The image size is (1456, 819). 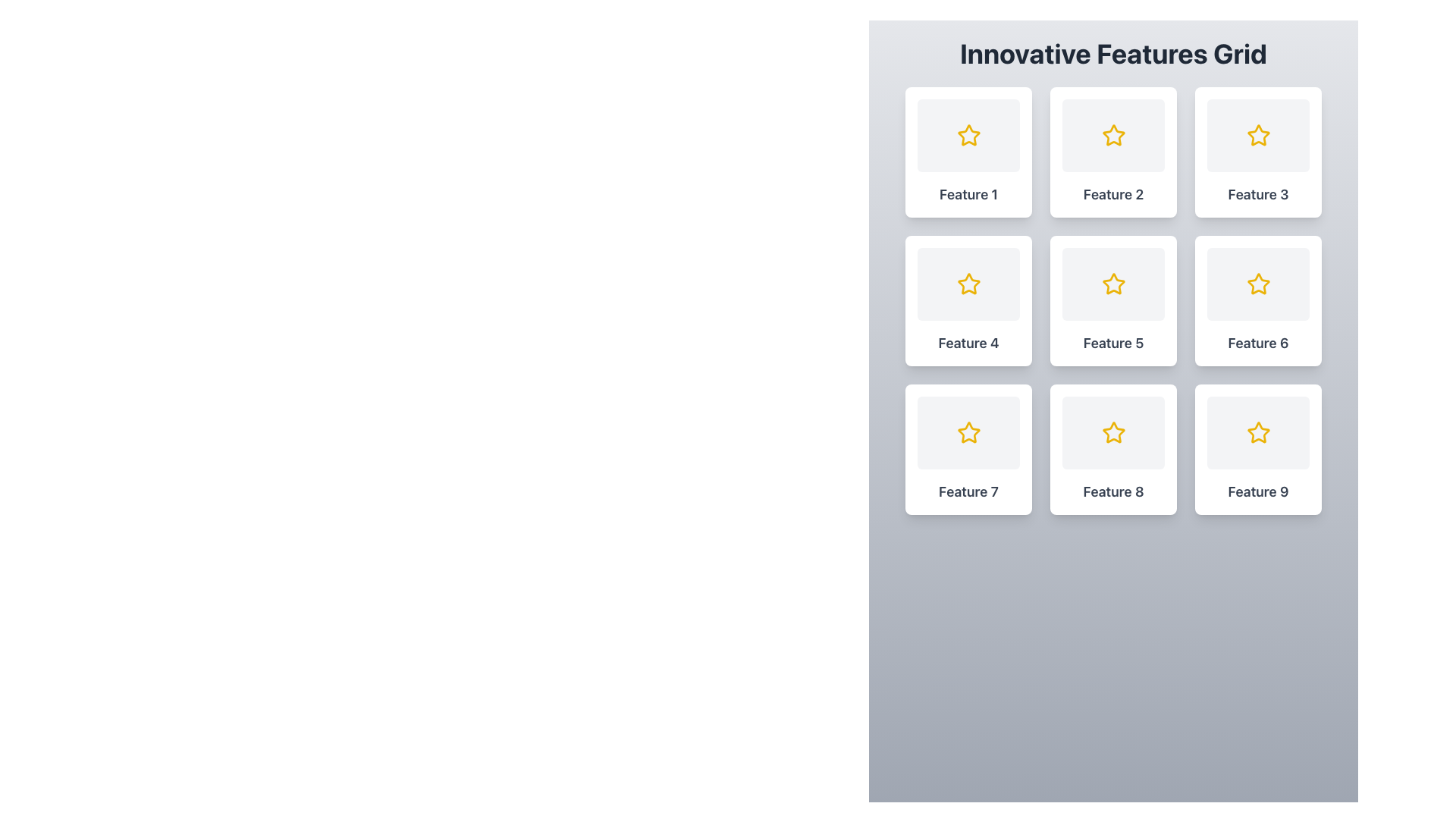 I want to click on the star icon in the top row, third column of a 3x3 grid, so click(x=1258, y=134).